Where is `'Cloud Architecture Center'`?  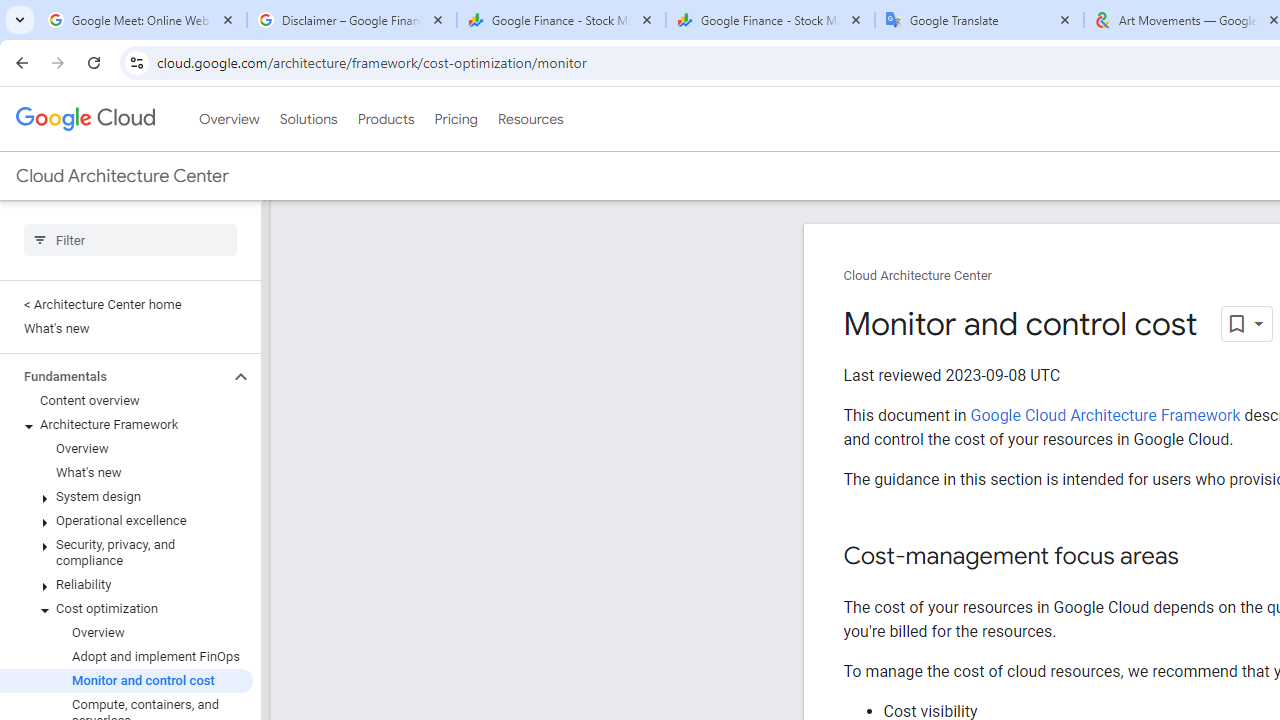
'Cloud Architecture Center' is located at coordinates (916, 276).